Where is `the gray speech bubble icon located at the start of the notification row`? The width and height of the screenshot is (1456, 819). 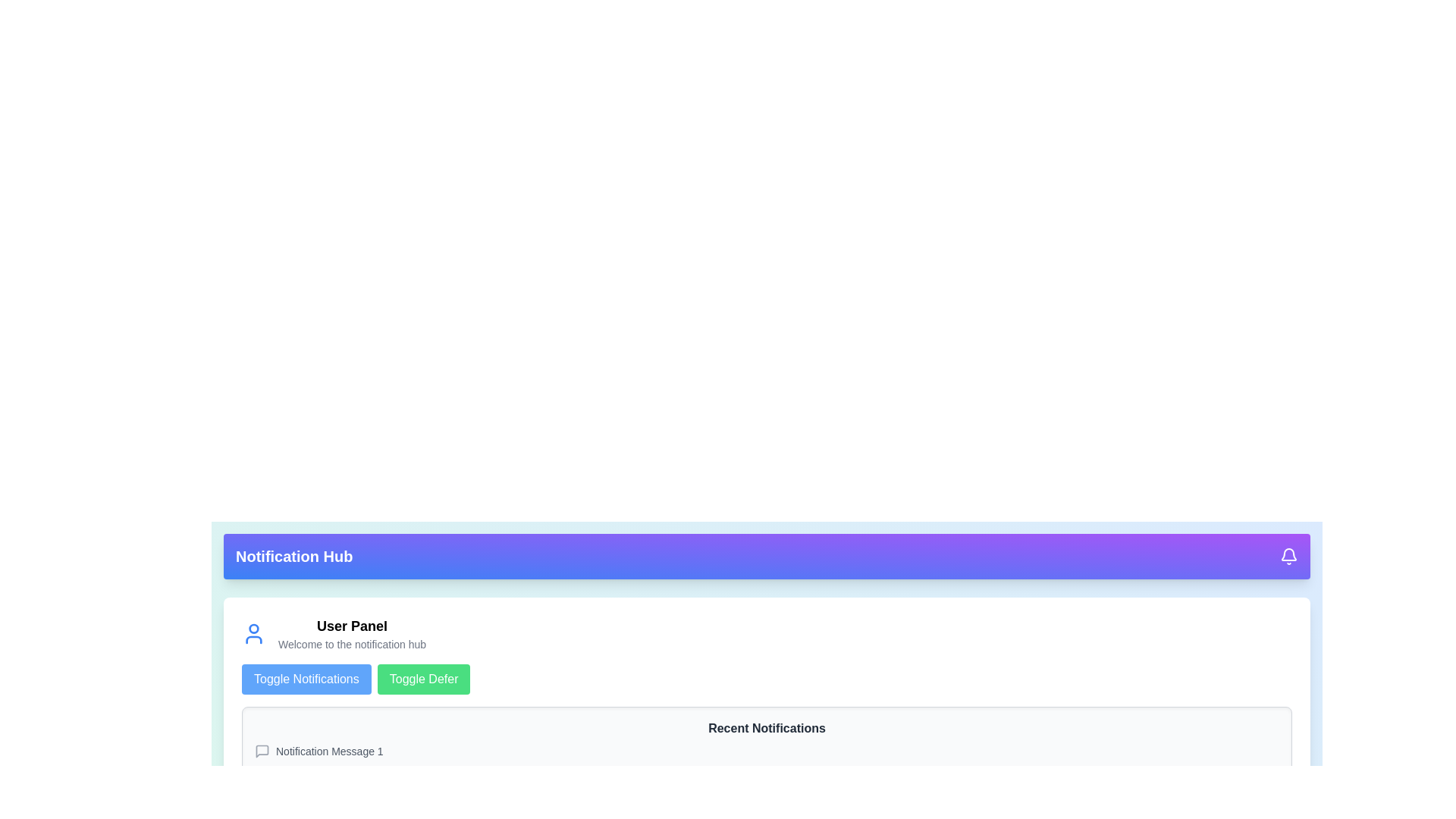
the gray speech bubble icon located at the start of the notification row is located at coordinates (262, 752).